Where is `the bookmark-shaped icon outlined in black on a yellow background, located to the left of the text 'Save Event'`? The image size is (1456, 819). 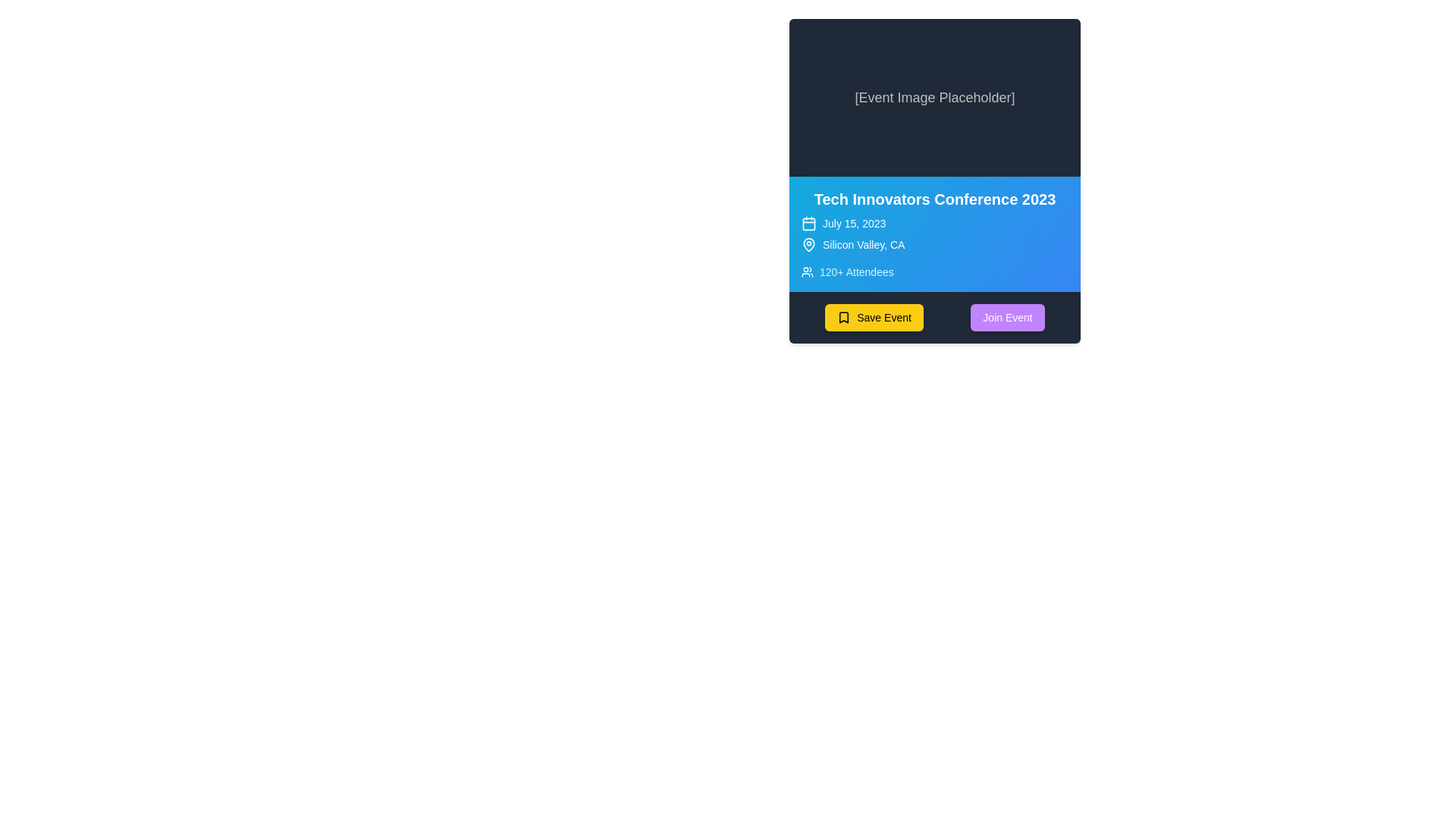 the bookmark-shaped icon outlined in black on a yellow background, located to the left of the text 'Save Event' is located at coordinates (843, 317).